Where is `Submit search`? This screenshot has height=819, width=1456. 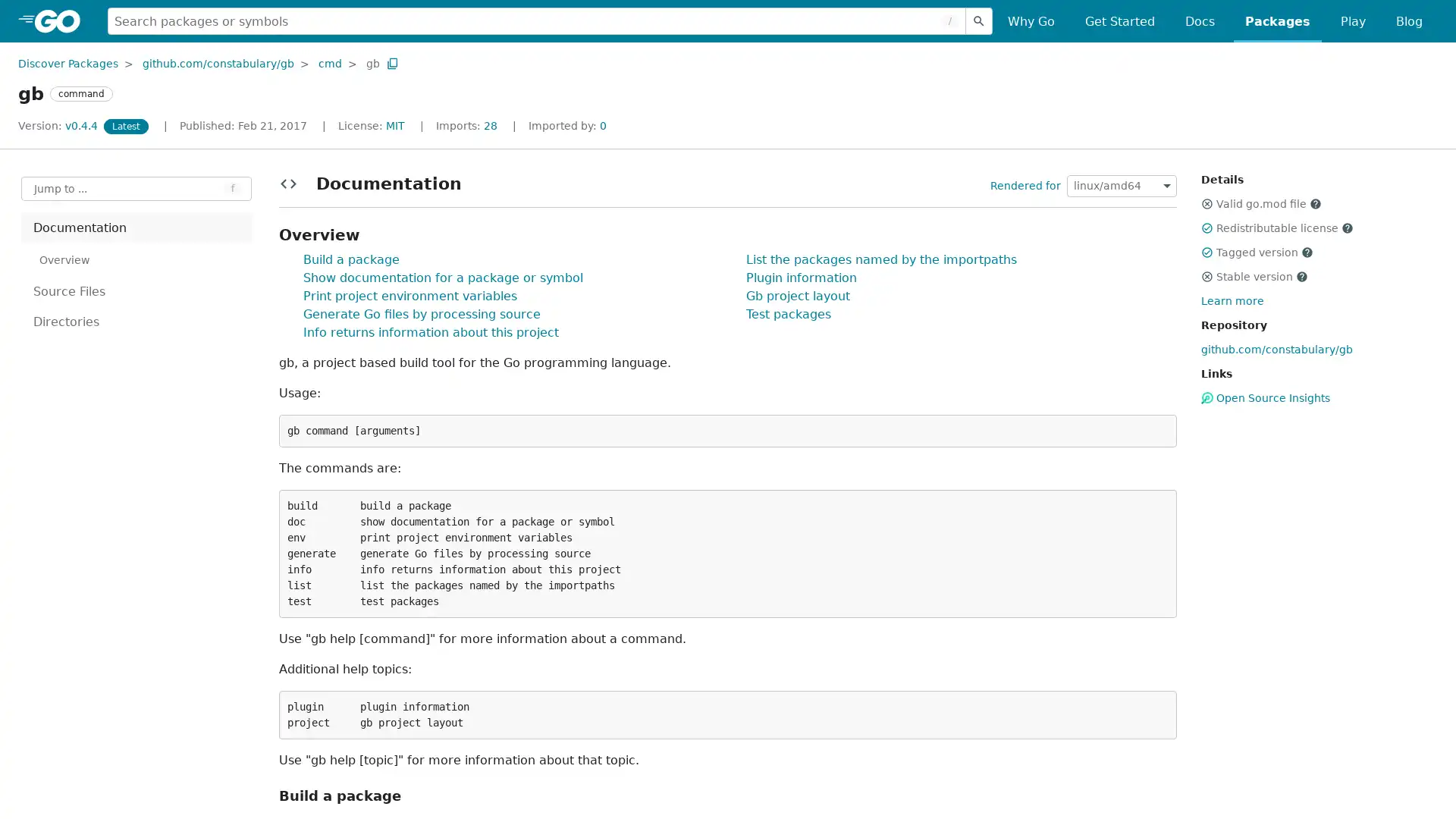 Submit search is located at coordinates (979, 20).